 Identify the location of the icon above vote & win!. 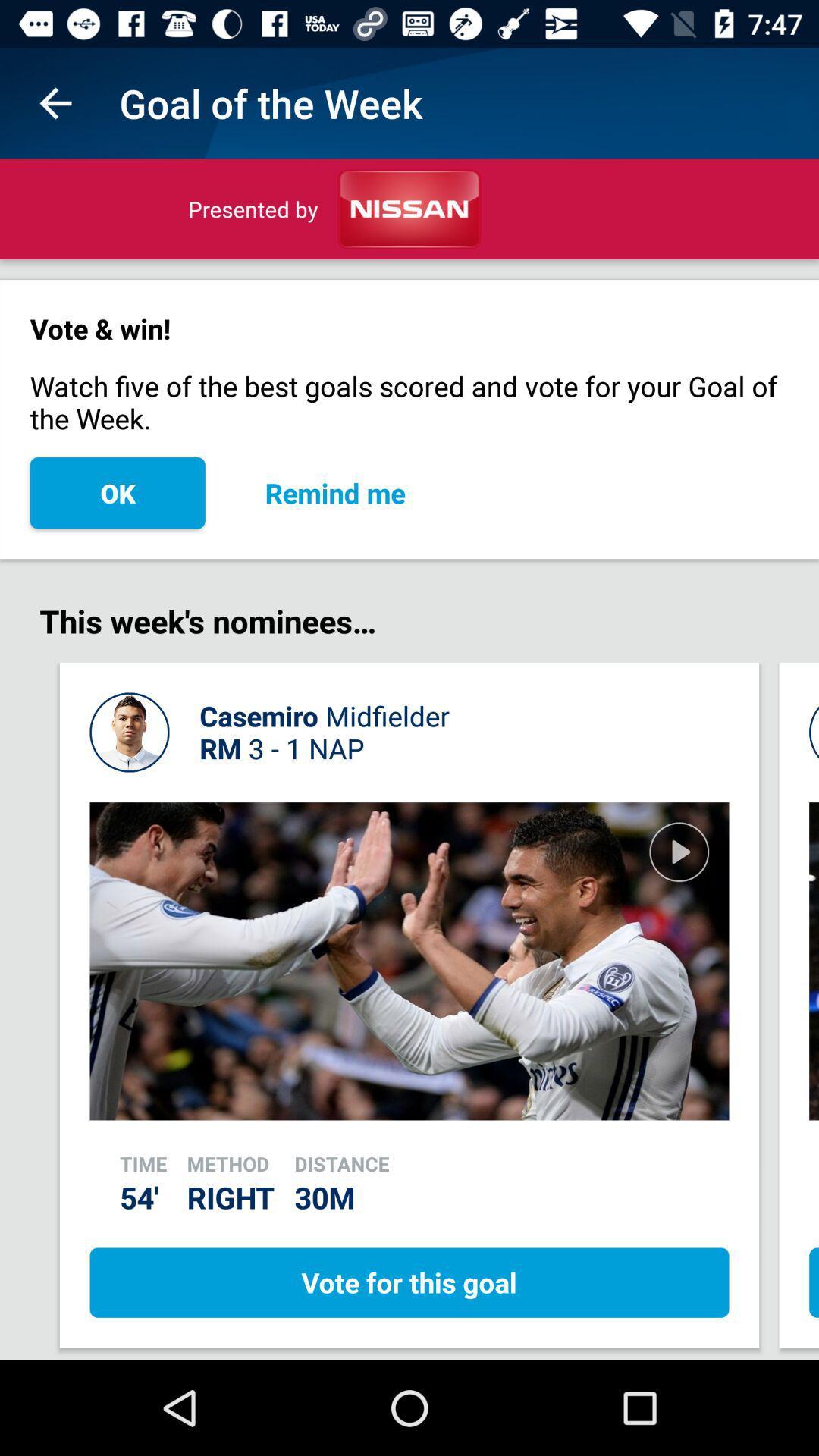
(55, 102).